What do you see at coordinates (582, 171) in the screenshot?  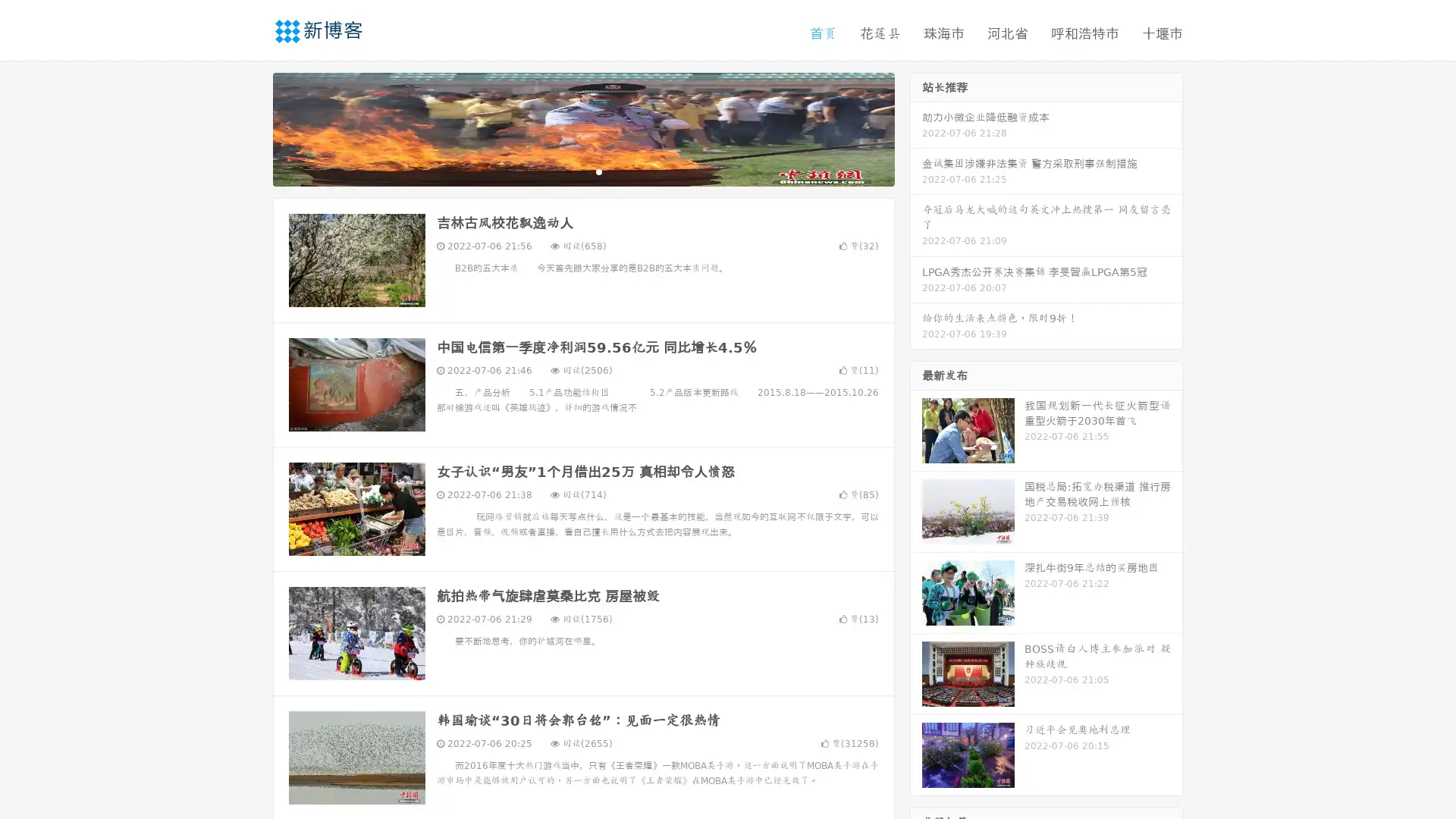 I see `Go to slide 2` at bounding box center [582, 171].